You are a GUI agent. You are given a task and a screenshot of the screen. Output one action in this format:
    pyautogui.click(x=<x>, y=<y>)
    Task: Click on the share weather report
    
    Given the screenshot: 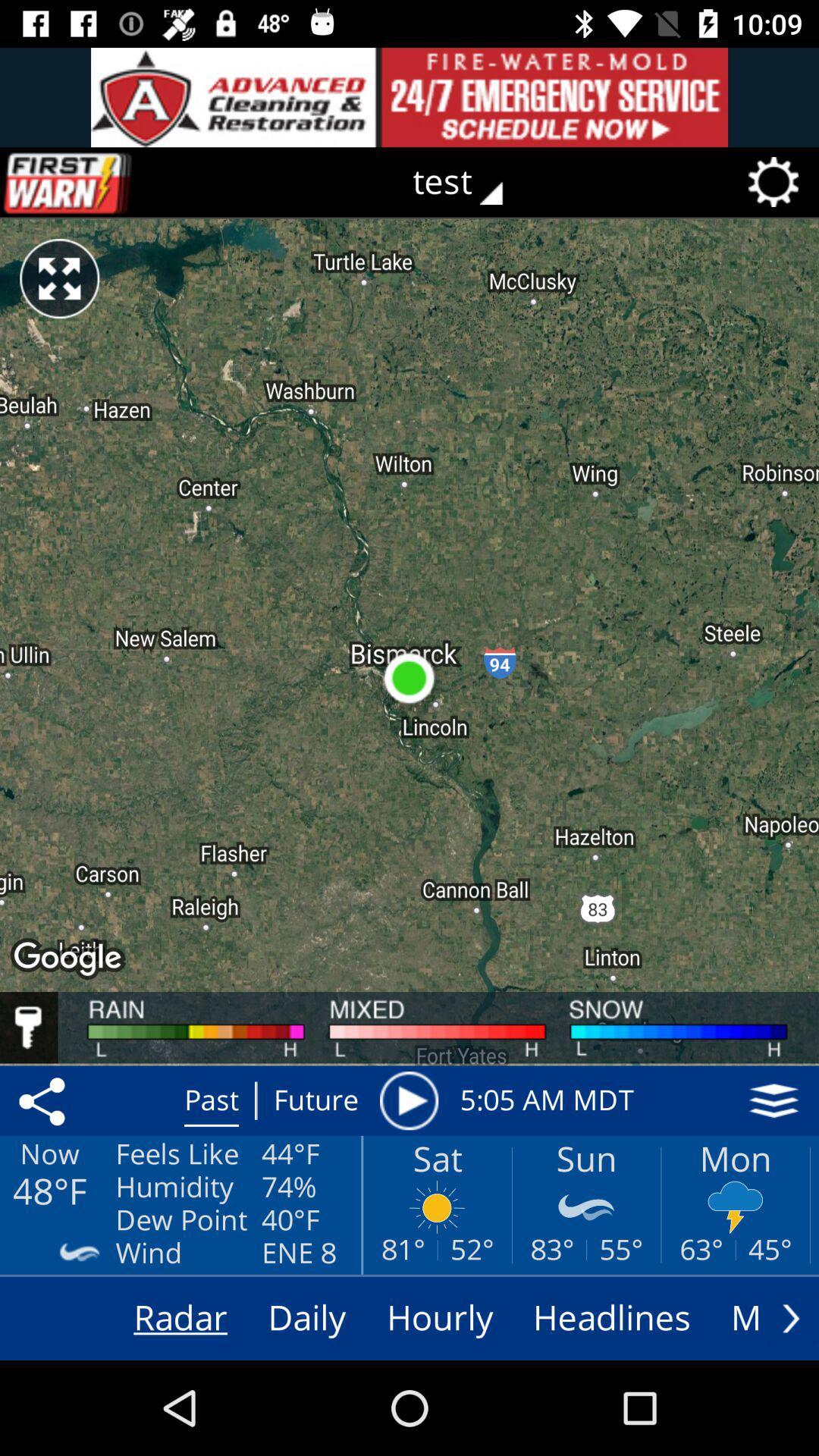 What is the action you would take?
    pyautogui.click(x=44, y=1100)
    